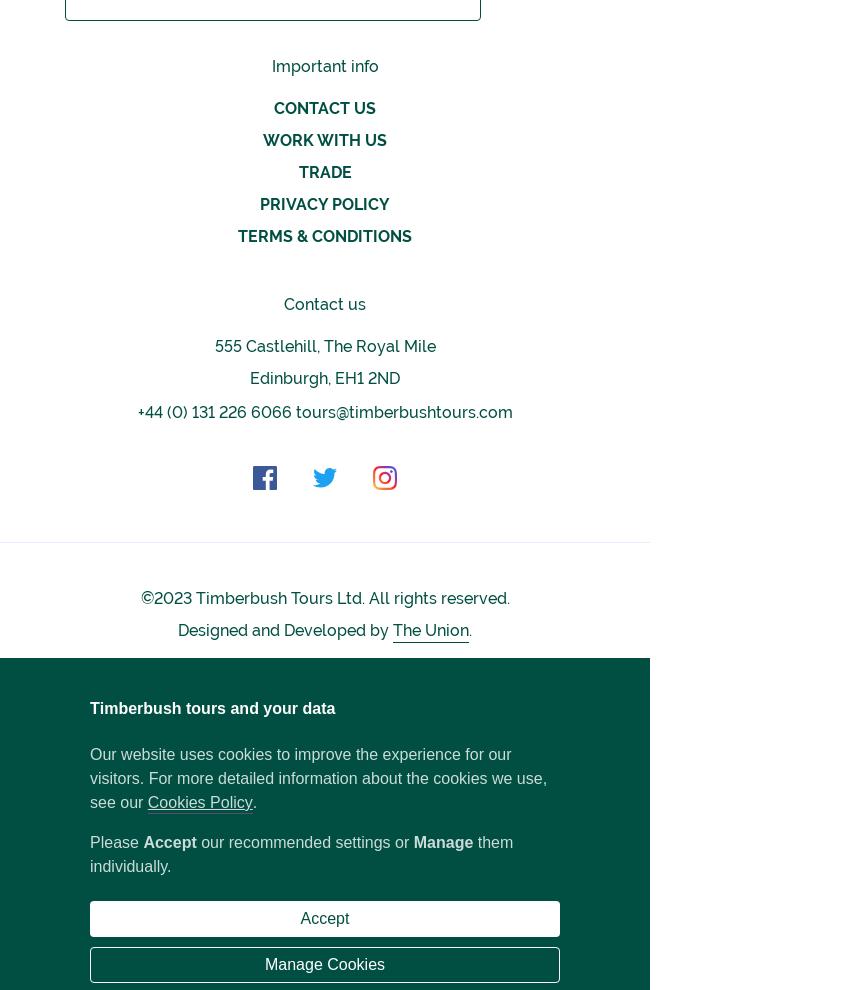  Describe the element at coordinates (431, 628) in the screenshot. I see `'The Union'` at that location.